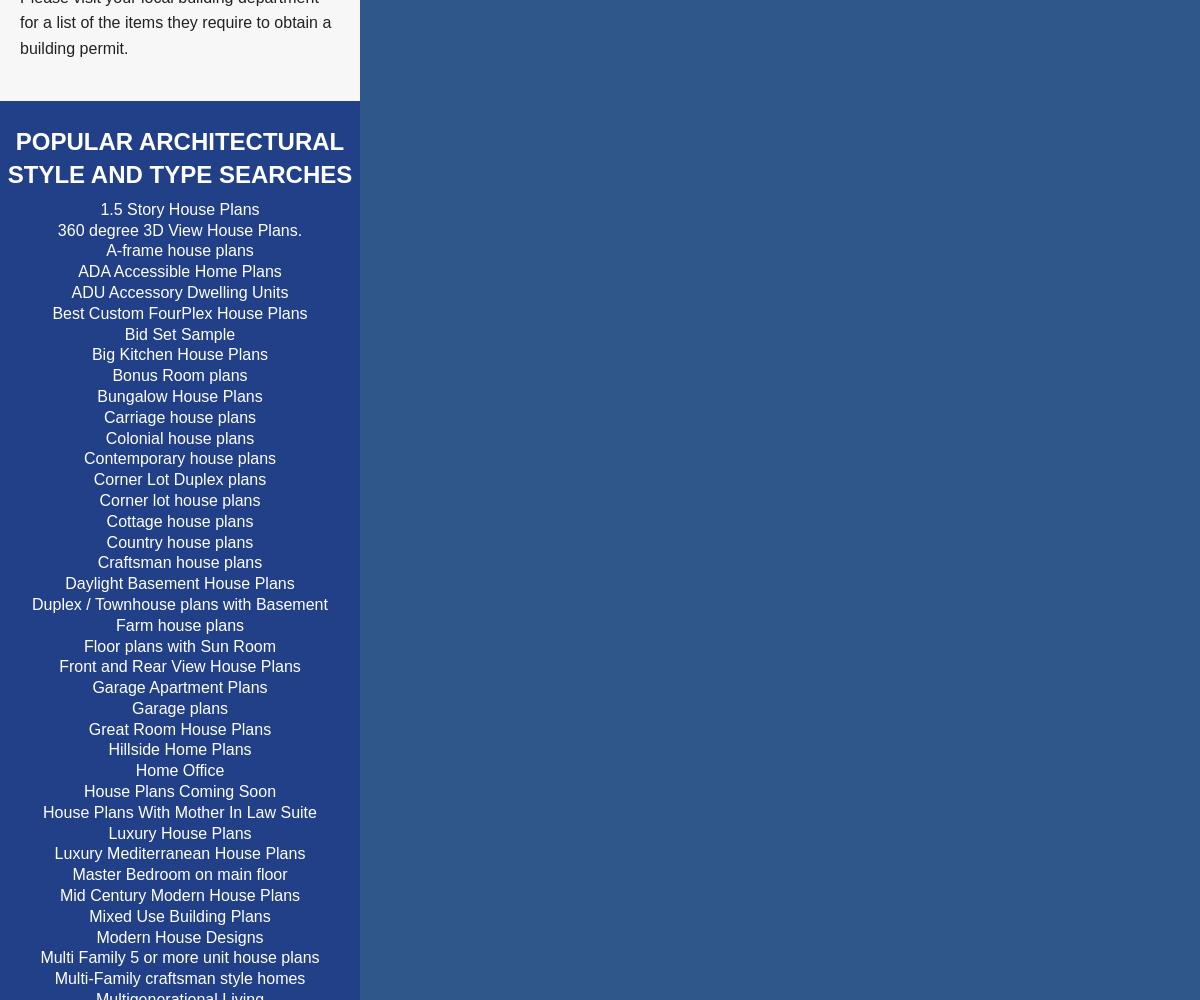  I want to click on 'Mid Century Modern House Plans', so click(178, 895).